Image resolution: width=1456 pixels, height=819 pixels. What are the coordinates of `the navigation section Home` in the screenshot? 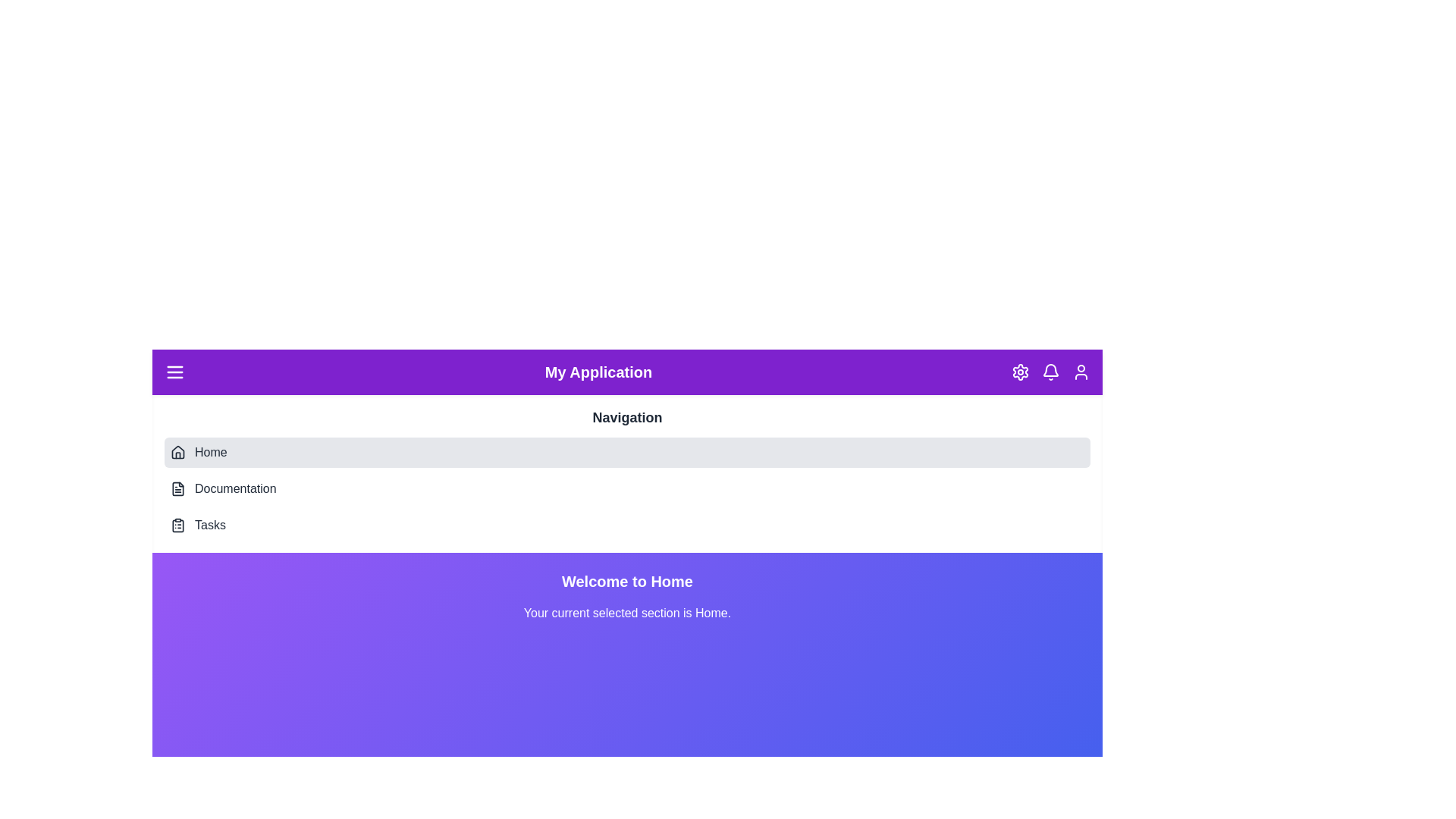 It's located at (627, 452).